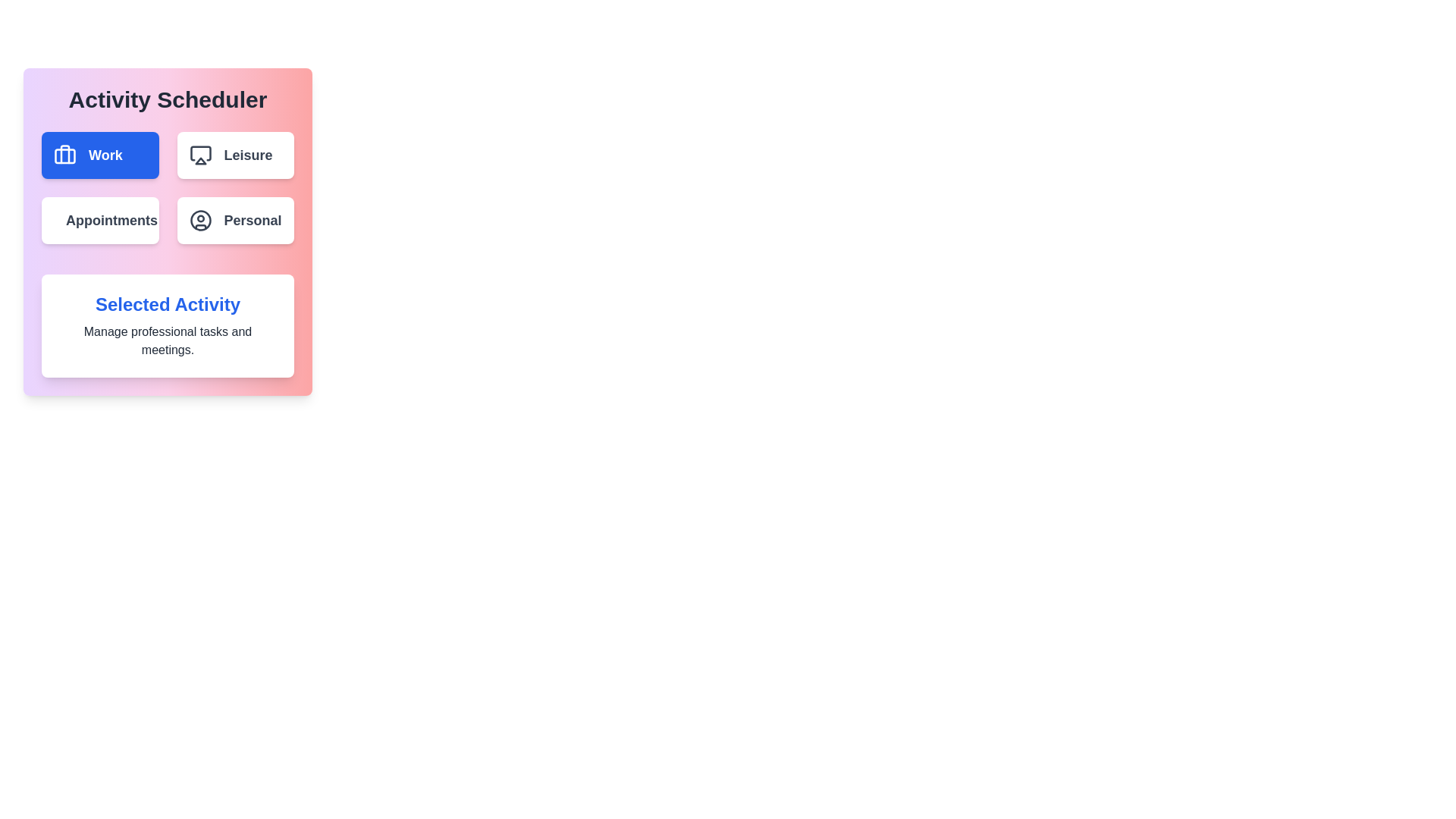 The width and height of the screenshot is (1456, 819). Describe the element at coordinates (199, 220) in the screenshot. I see `the circular graphical icon representing a user profile, which is centrally located within the fourth button labeled 'Personal' in the 'Activity Scheduler' interface` at that location.